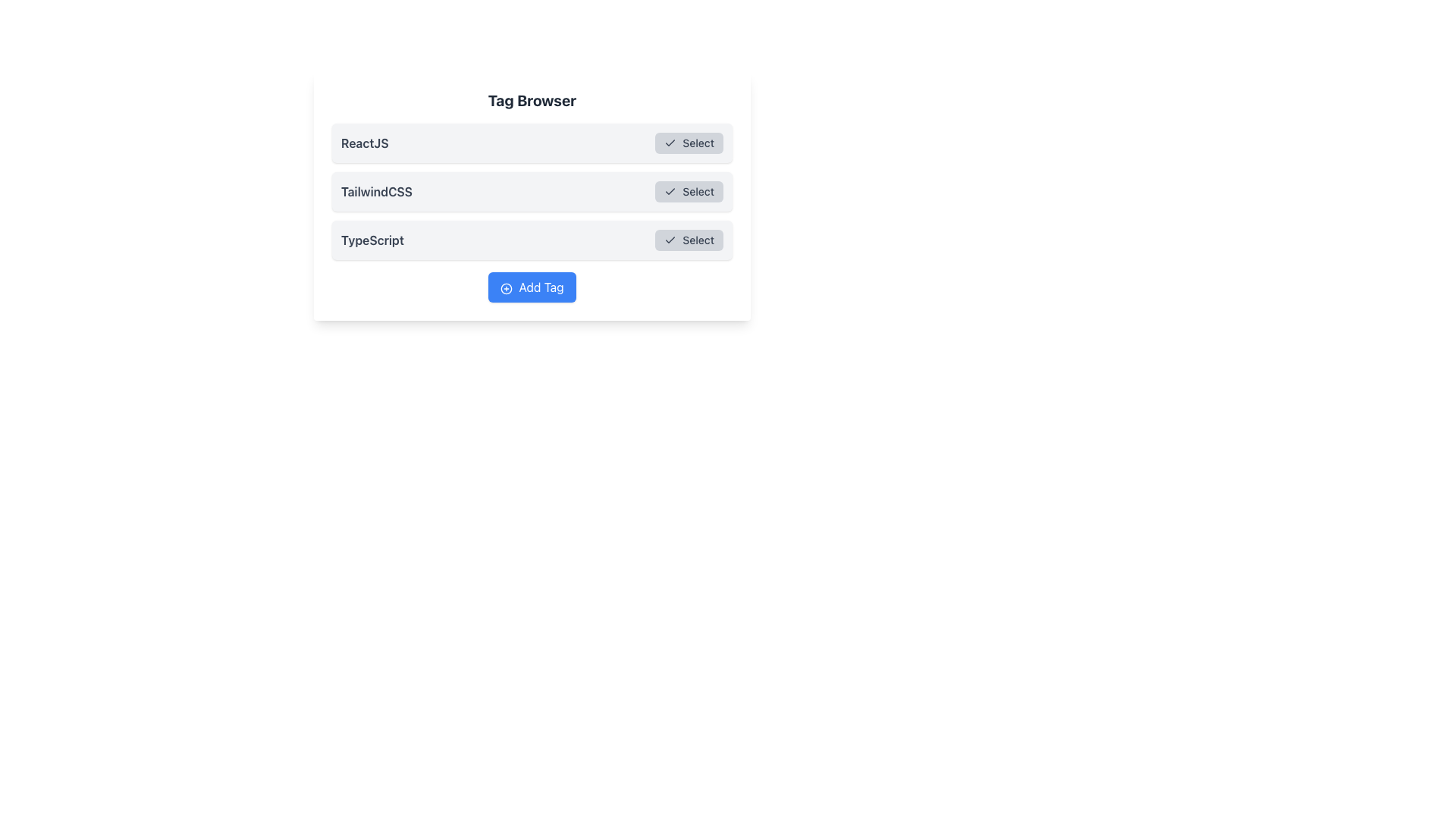 This screenshot has width=1456, height=819. Describe the element at coordinates (507, 288) in the screenshot. I see `the circular '+' icon located to the left of the 'Add Tag' text within the blue button with rounded corners` at that location.